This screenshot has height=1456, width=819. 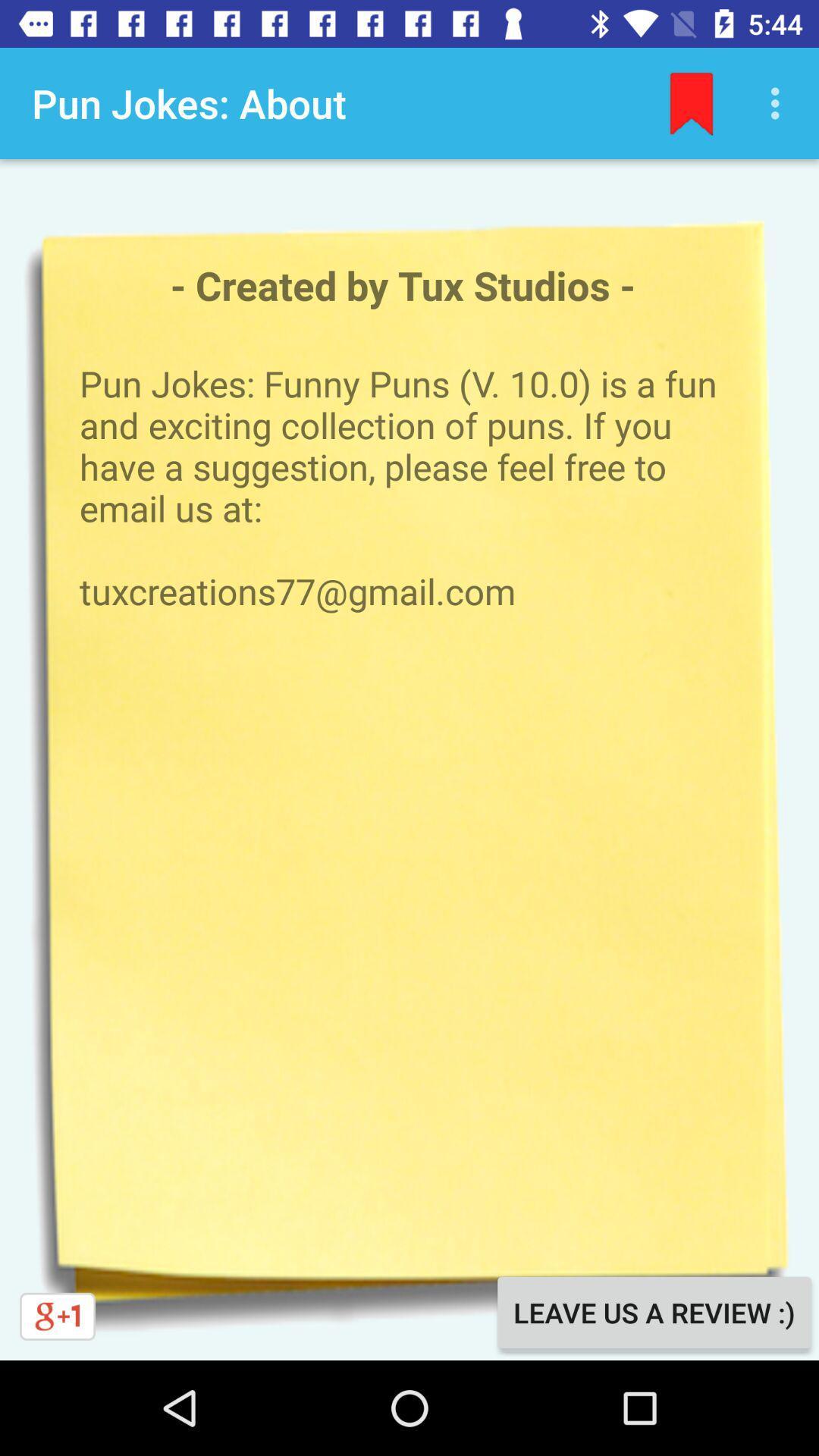 I want to click on app to the right of the pun jokes: about, so click(x=691, y=102).